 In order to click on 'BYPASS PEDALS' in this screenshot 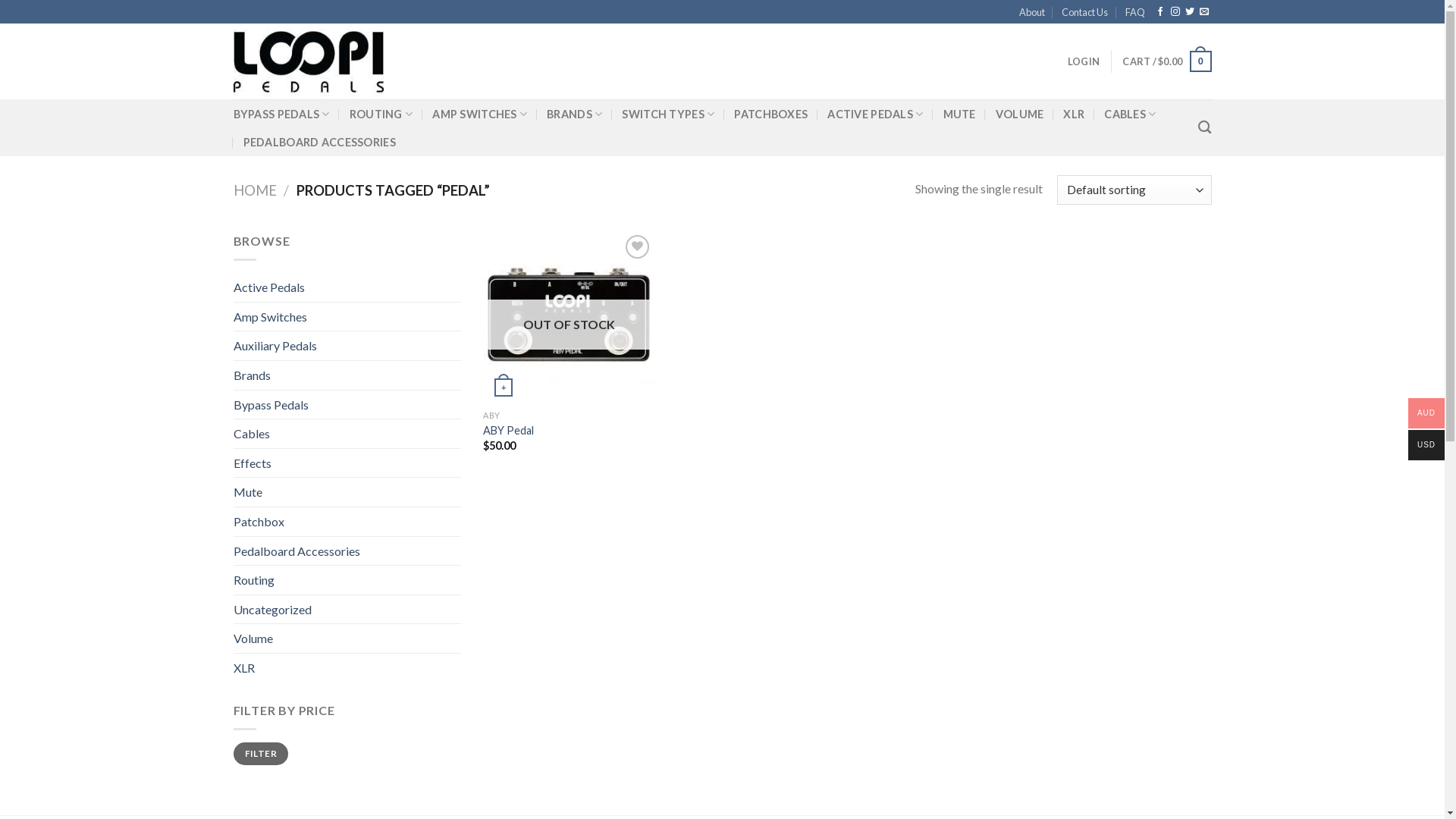, I will do `click(281, 113)`.